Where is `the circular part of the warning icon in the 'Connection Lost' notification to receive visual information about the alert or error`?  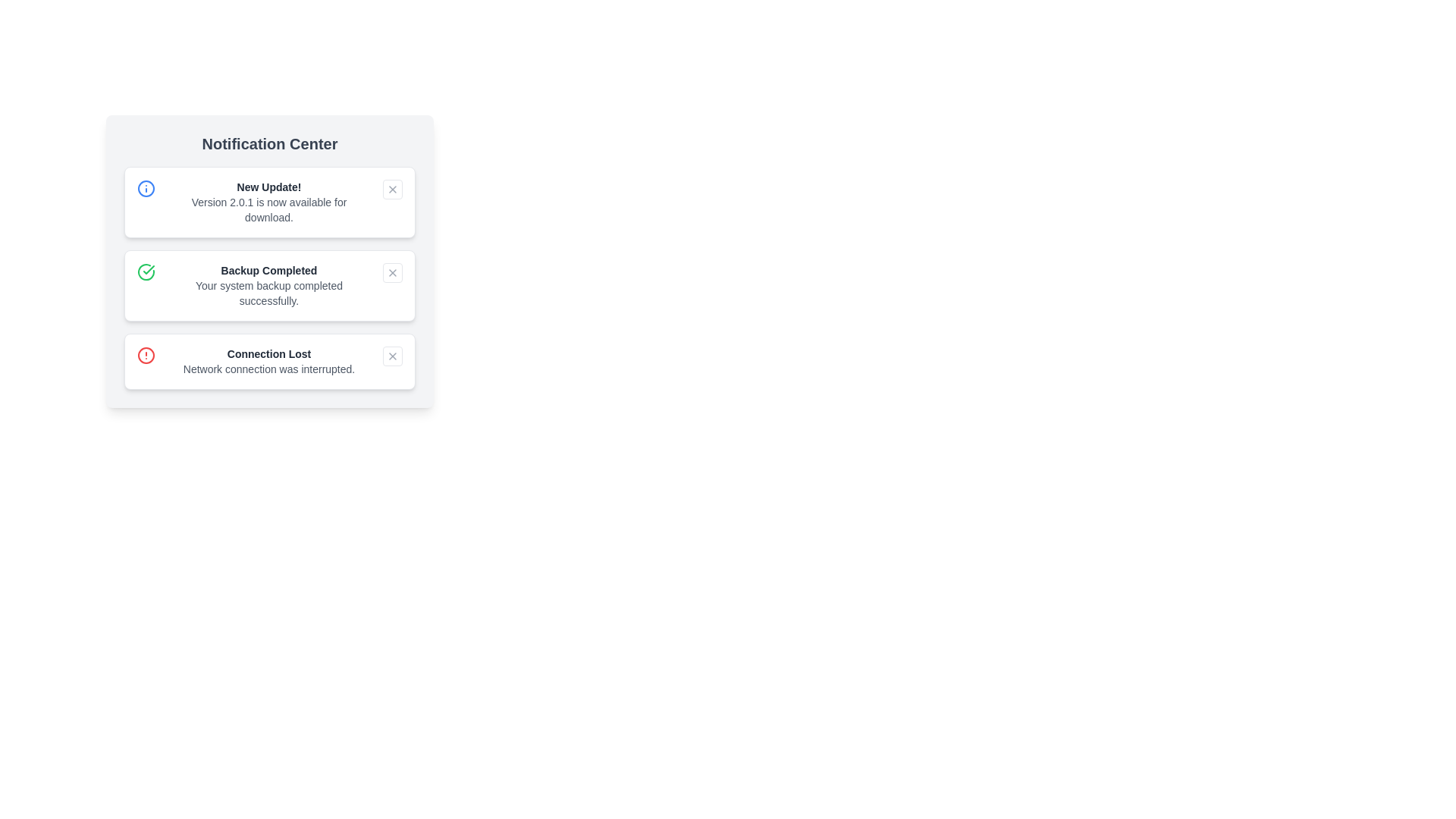 the circular part of the warning icon in the 'Connection Lost' notification to receive visual information about the alert or error is located at coordinates (146, 356).